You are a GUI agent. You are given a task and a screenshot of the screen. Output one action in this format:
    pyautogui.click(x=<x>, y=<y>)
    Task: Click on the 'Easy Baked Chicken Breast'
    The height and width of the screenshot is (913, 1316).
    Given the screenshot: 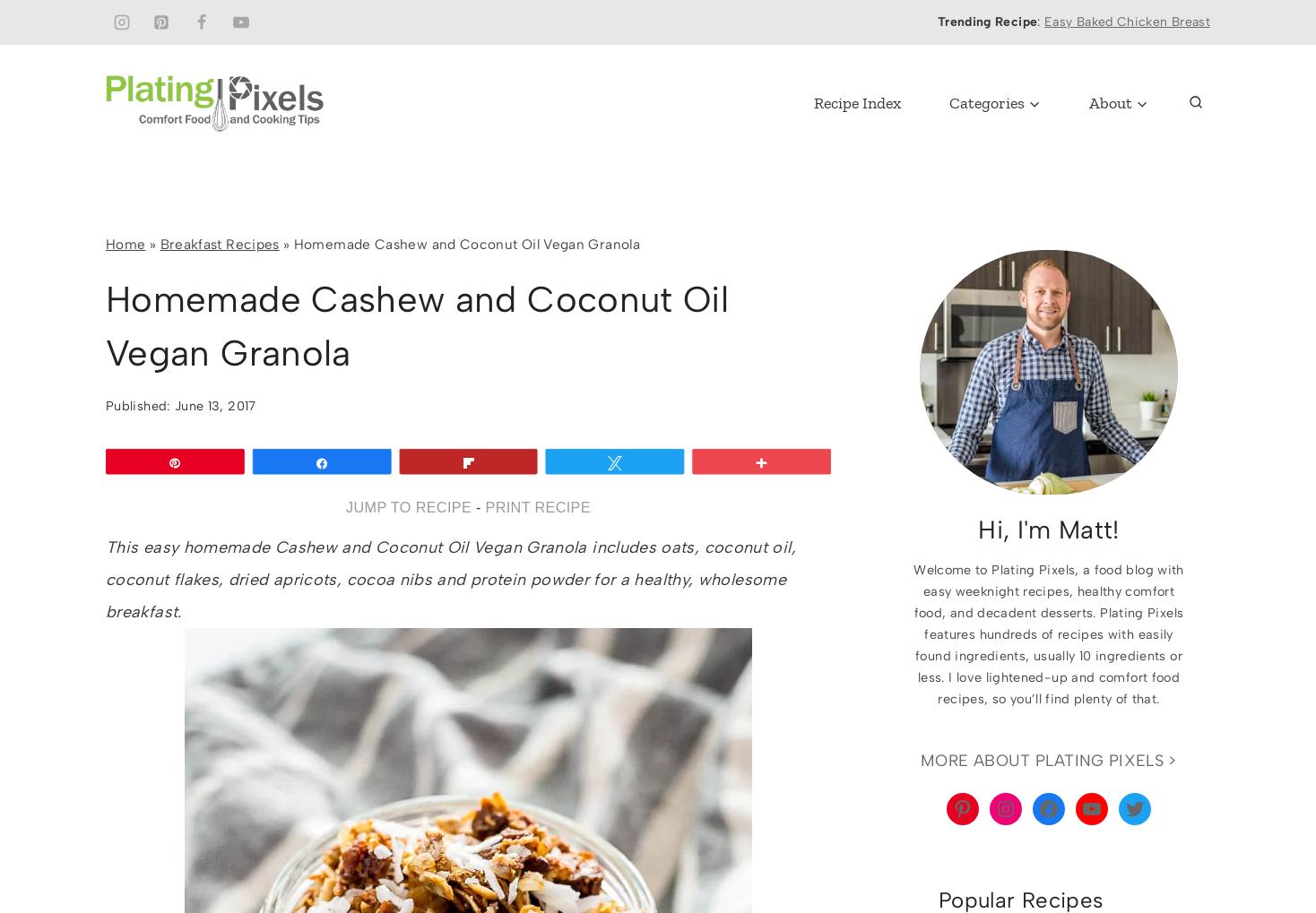 What is the action you would take?
    pyautogui.click(x=1044, y=21)
    